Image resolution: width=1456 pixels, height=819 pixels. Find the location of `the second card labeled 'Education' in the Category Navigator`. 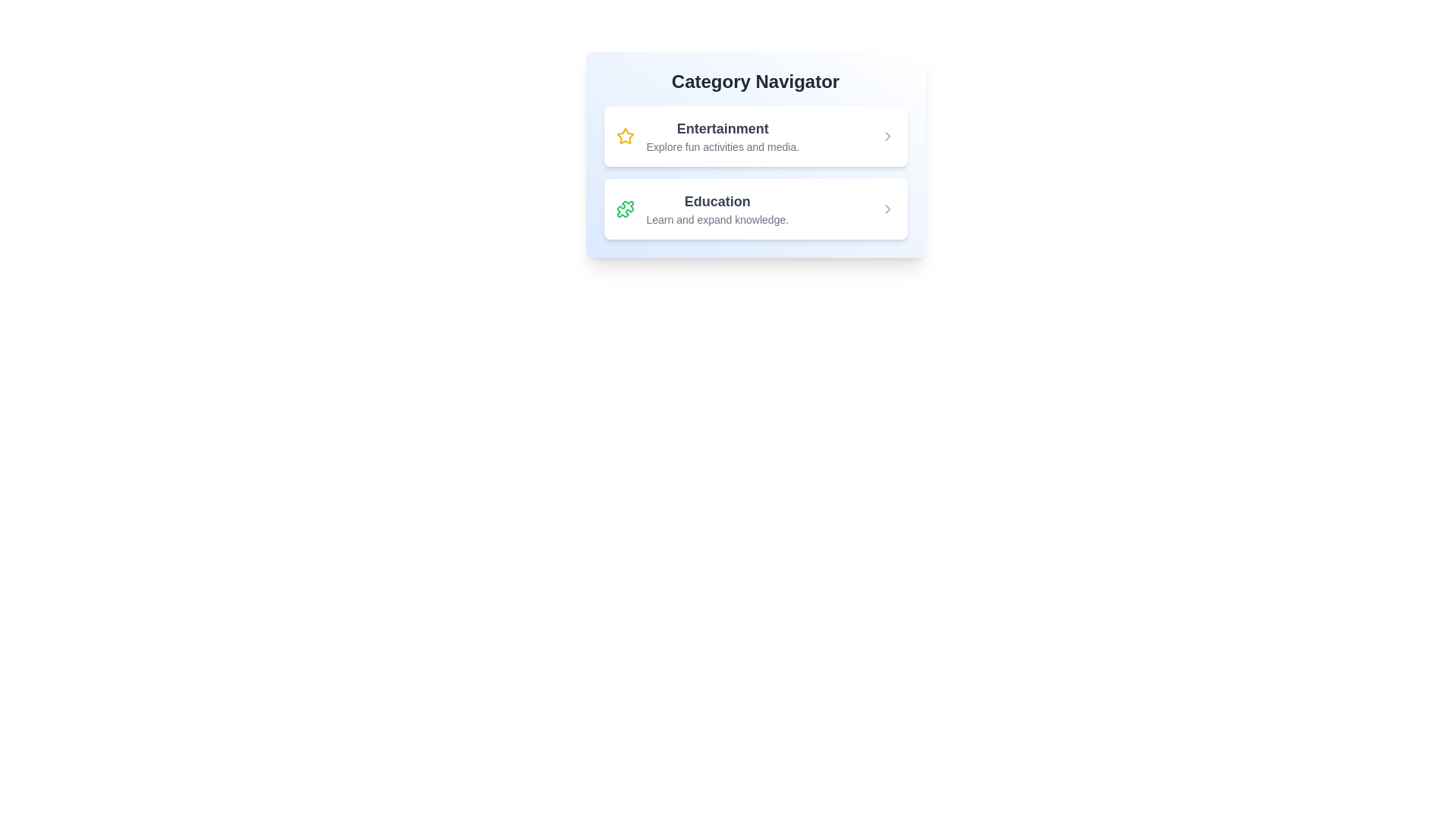

the second card labeled 'Education' in the Category Navigator is located at coordinates (755, 209).